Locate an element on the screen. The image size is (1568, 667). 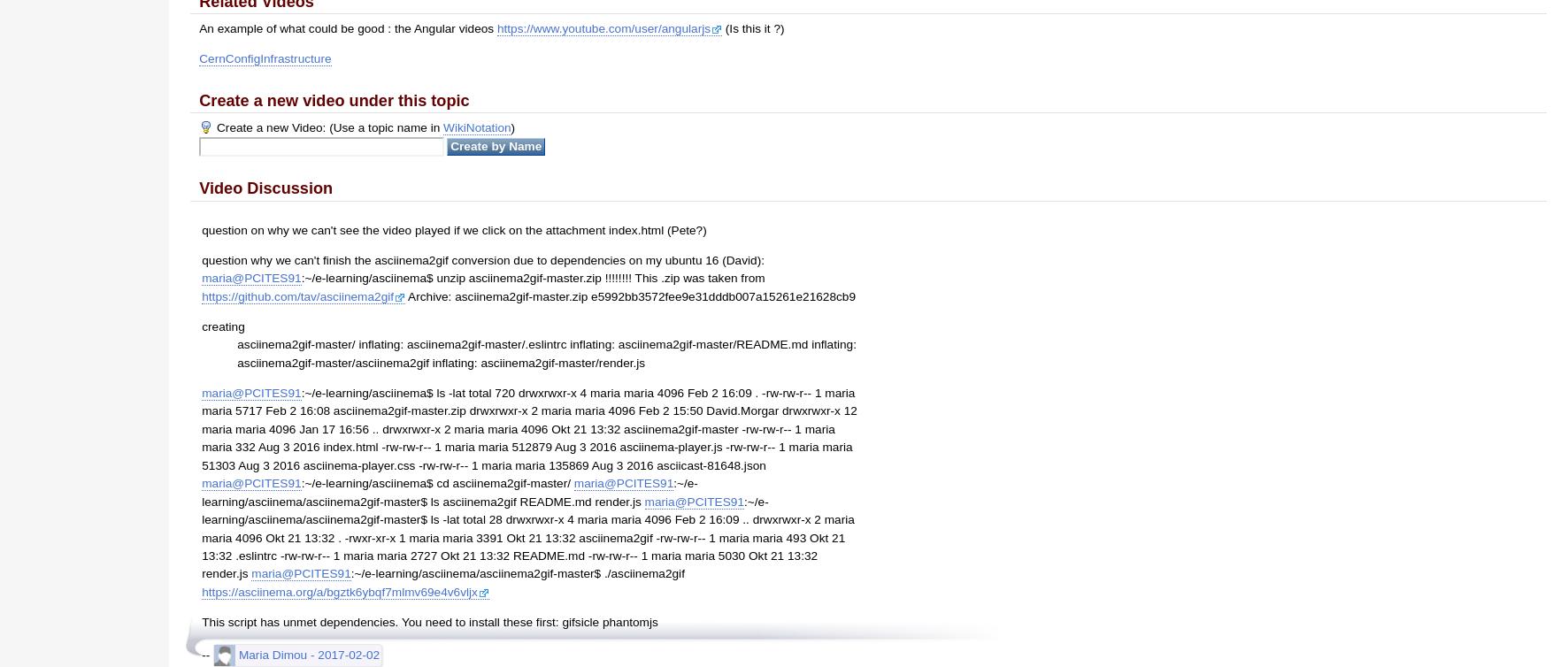
':~/e-learning/asciinema$ unzip asciinema2gif-master.zip 
!!!!!!!! This .zip was taken from' is located at coordinates (532, 277).